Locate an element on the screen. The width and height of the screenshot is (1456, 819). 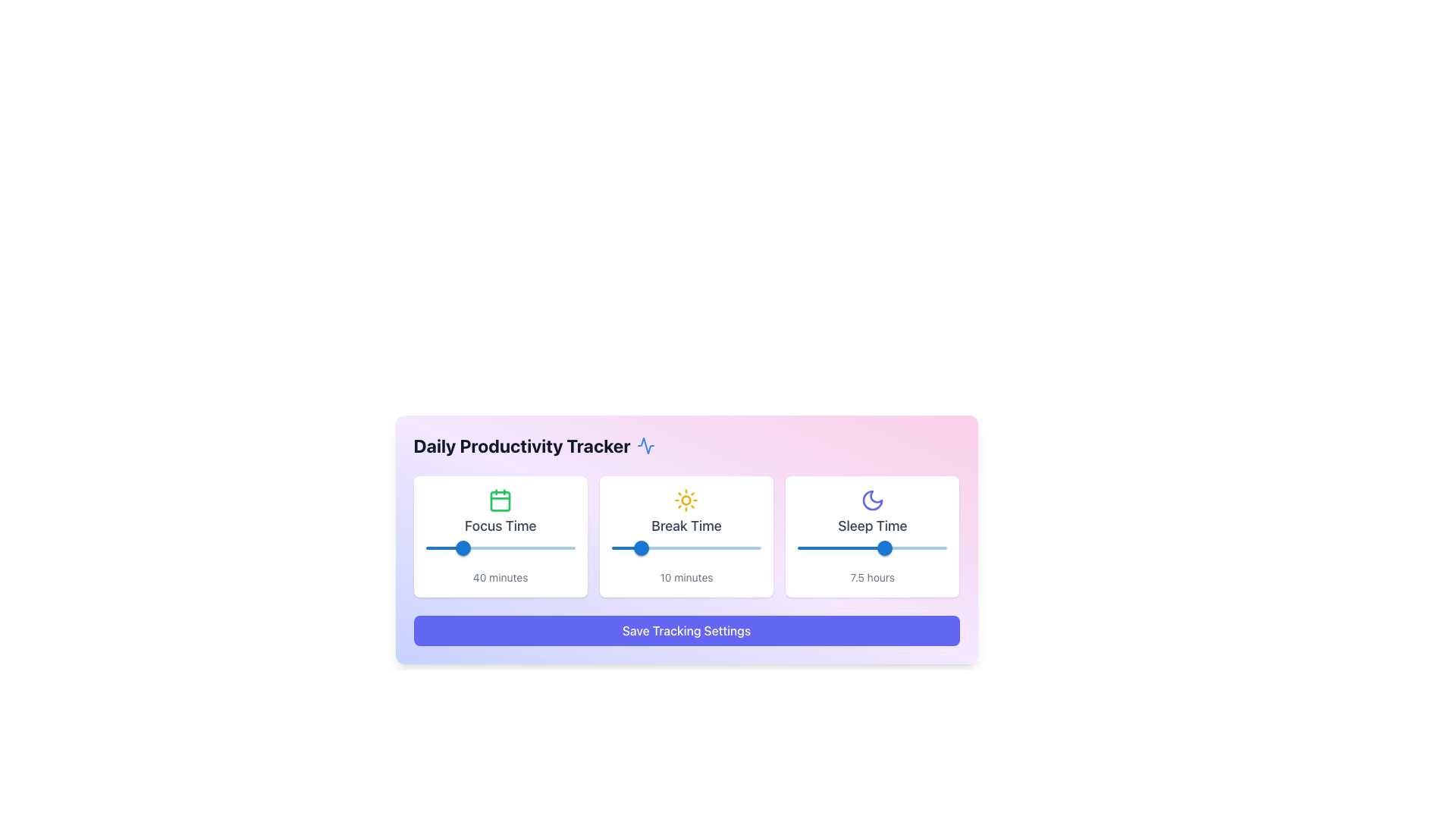
the focus time is located at coordinates (529, 548).